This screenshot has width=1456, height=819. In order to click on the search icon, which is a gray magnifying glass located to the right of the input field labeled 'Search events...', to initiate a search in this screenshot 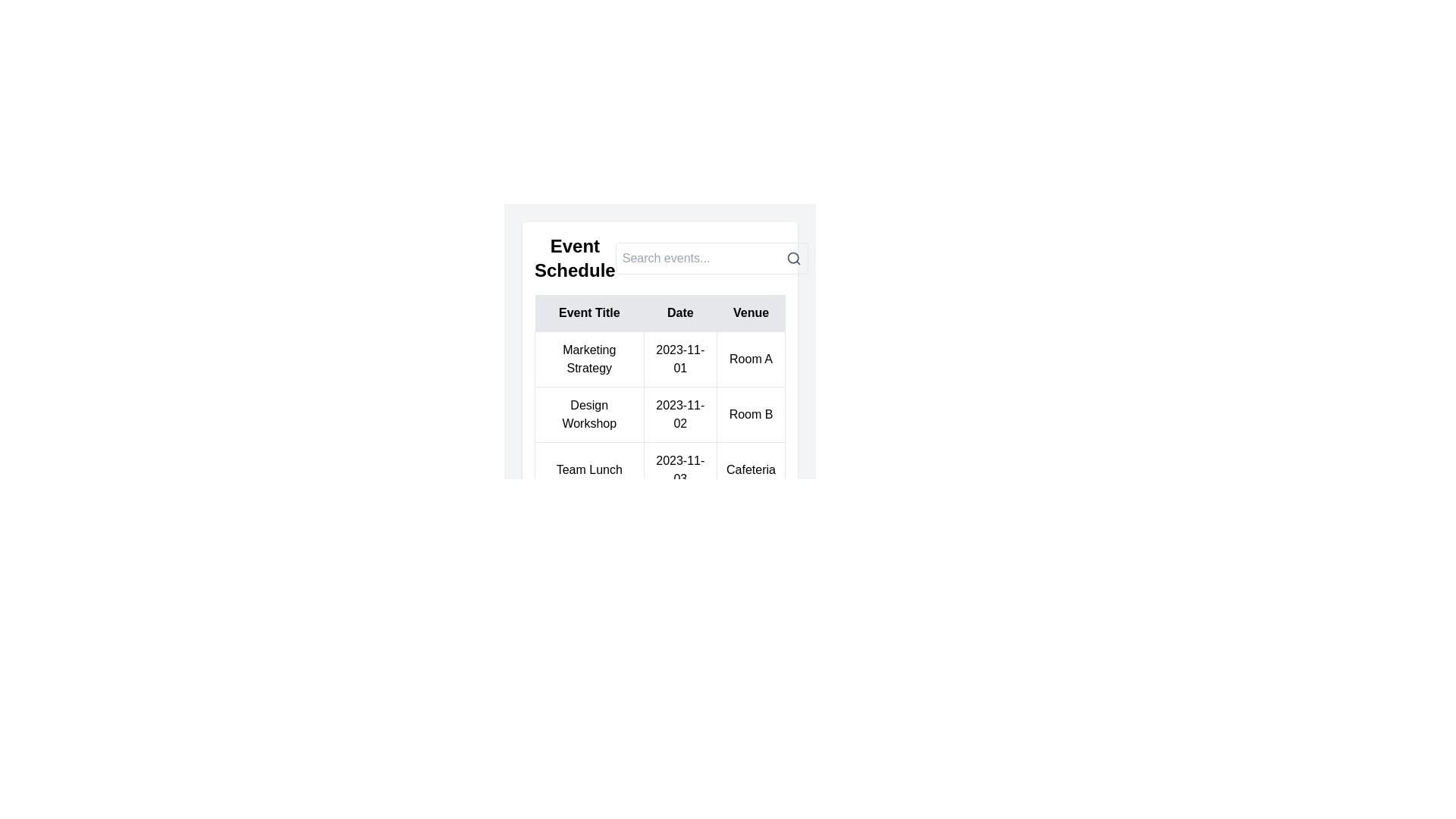, I will do `click(792, 257)`.